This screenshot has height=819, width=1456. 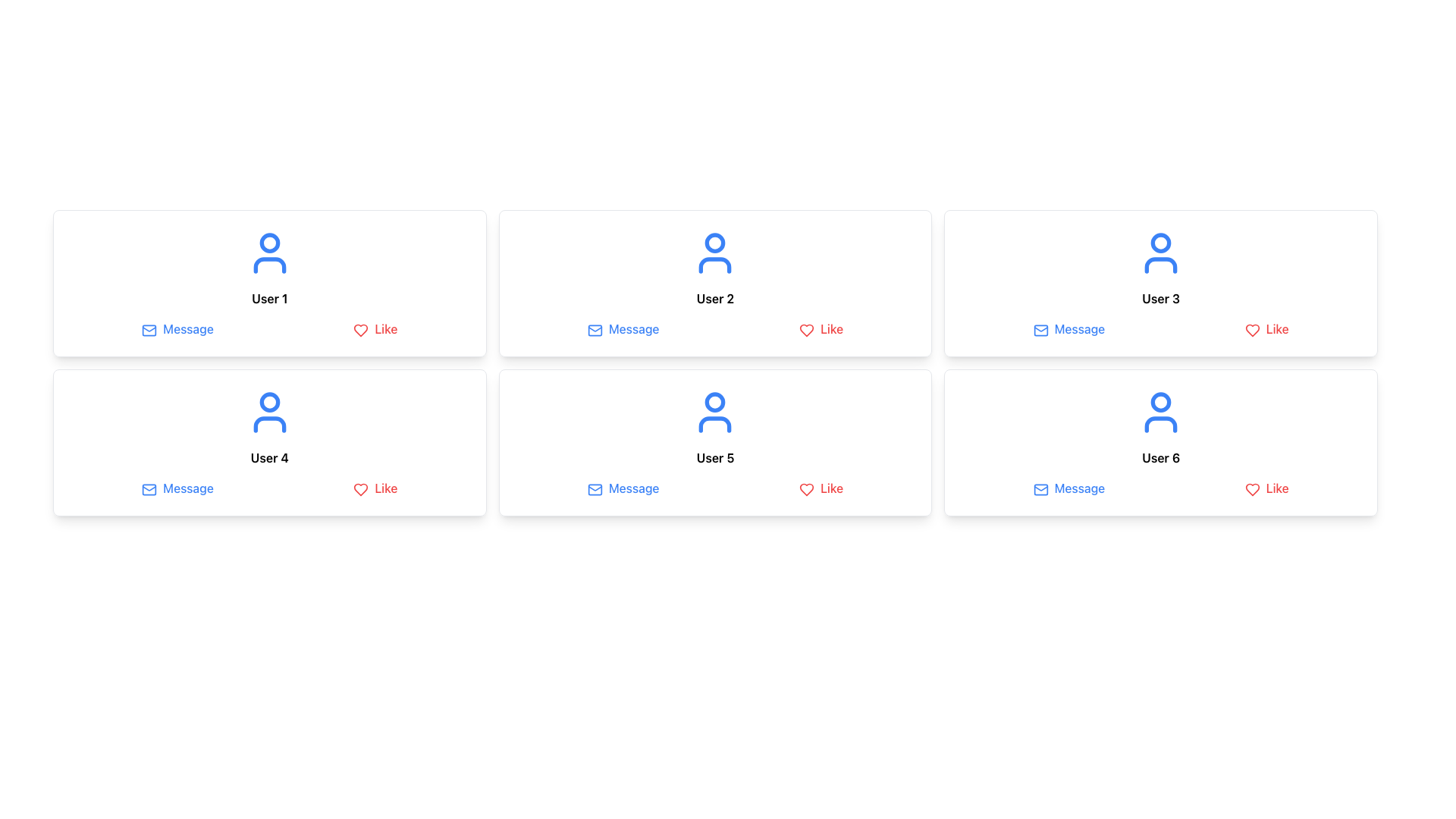 I want to click on the text label 'User 6', which is styled with a bold font and is center-aligned within its card, positioned below a blue user icon and above the 'Message' and 'Like' buttons, so click(x=1160, y=457).